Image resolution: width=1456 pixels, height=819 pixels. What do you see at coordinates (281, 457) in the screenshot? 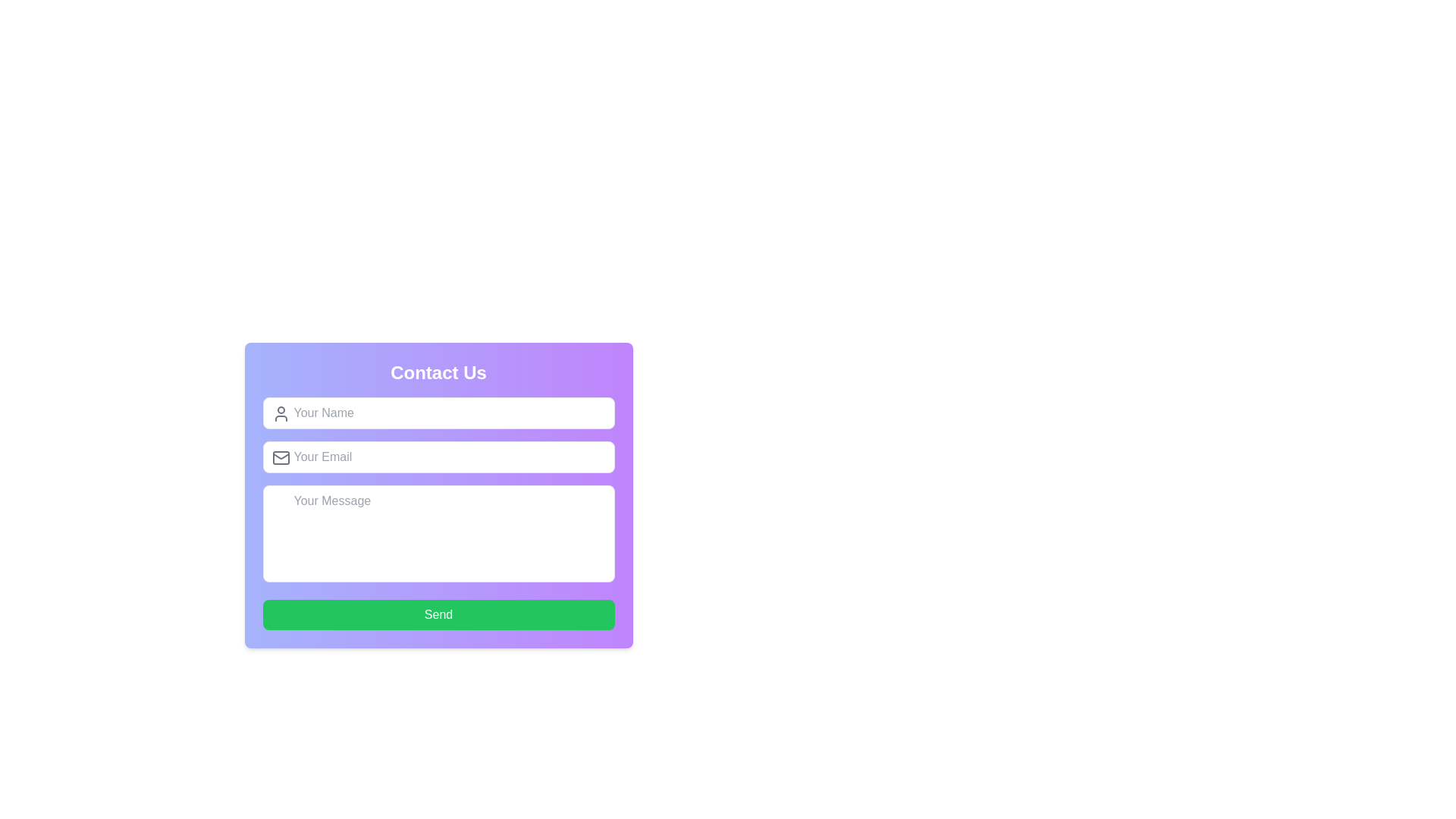
I see `the decorative gray rectangular graphic element within the envelope icon, located on the left side of the 'Your Email' input field` at bounding box center [281, 457].